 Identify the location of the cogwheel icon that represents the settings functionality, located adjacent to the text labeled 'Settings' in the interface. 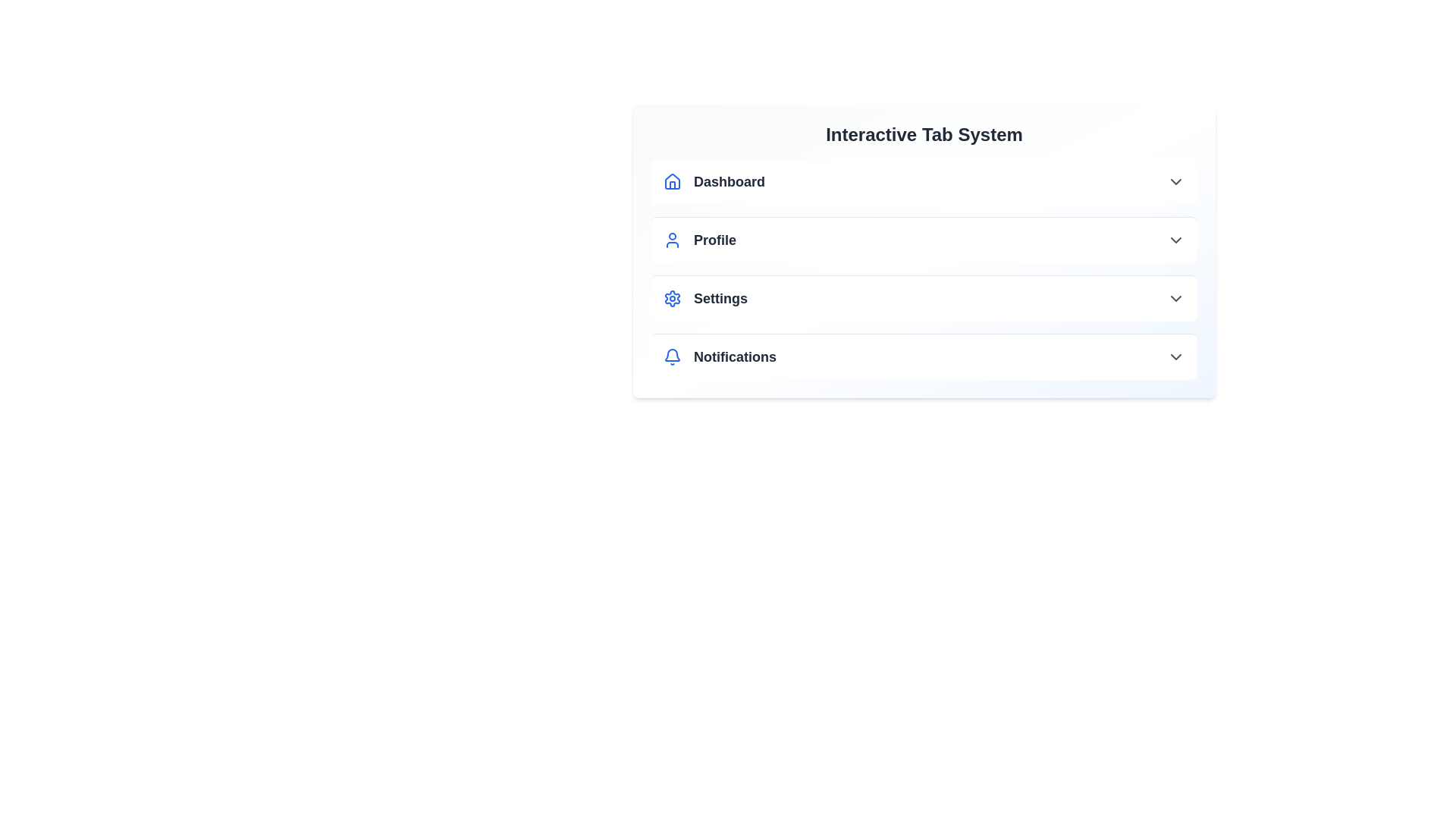
(672, 298).